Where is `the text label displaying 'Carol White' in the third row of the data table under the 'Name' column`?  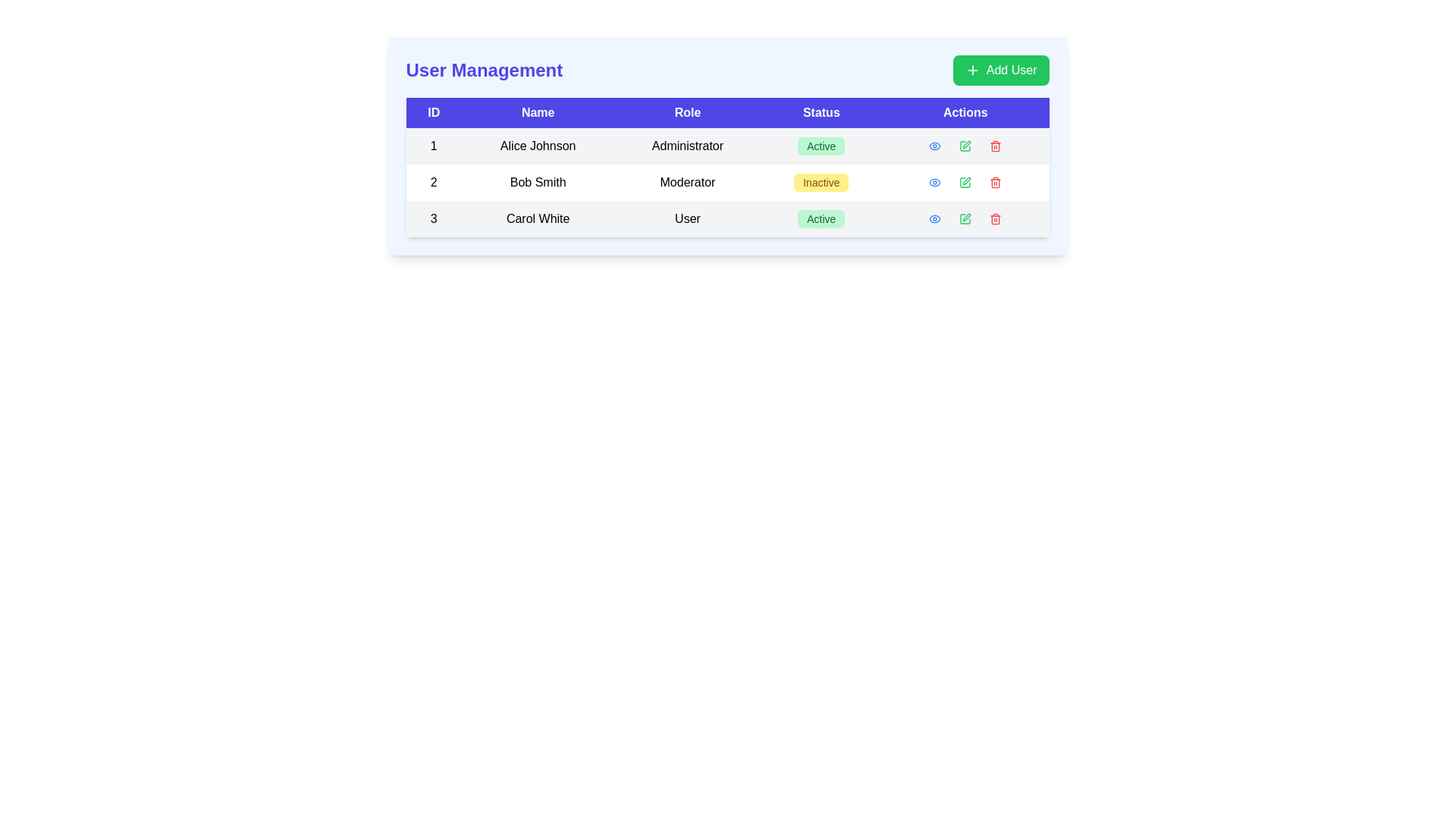
the text label displaying 'Carol White' in the third row of the data table under the 'Name' column is located at coordinates (538, 219).